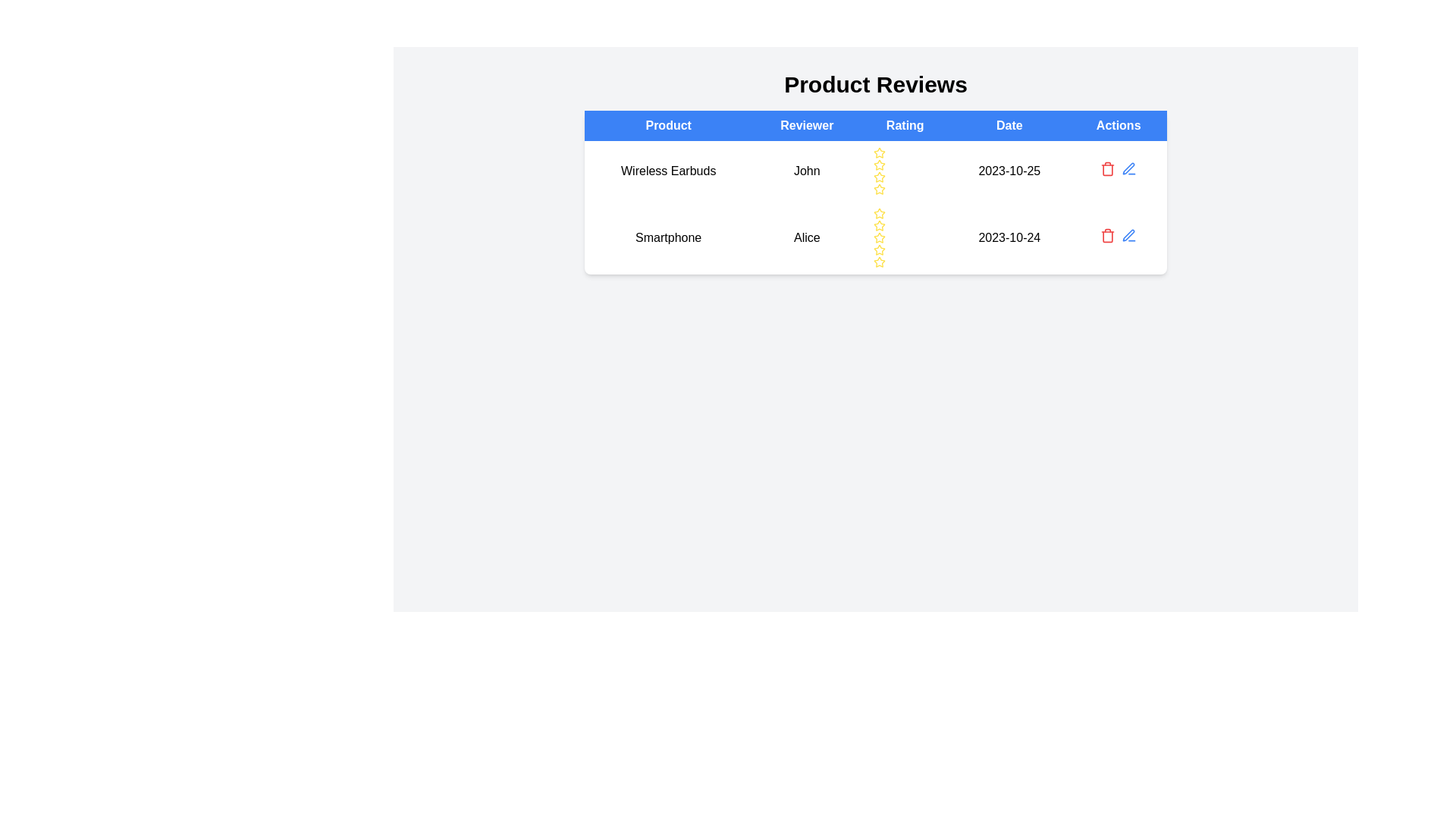 The width and height of the screenshot is (1456, 819). Describe the element at coordinates (880, 261) in the screenshot. I see `the fifth star in the Star Rating Icon located in the 'Rating' column of the second row of the 'Product Reviews' table` at that location.